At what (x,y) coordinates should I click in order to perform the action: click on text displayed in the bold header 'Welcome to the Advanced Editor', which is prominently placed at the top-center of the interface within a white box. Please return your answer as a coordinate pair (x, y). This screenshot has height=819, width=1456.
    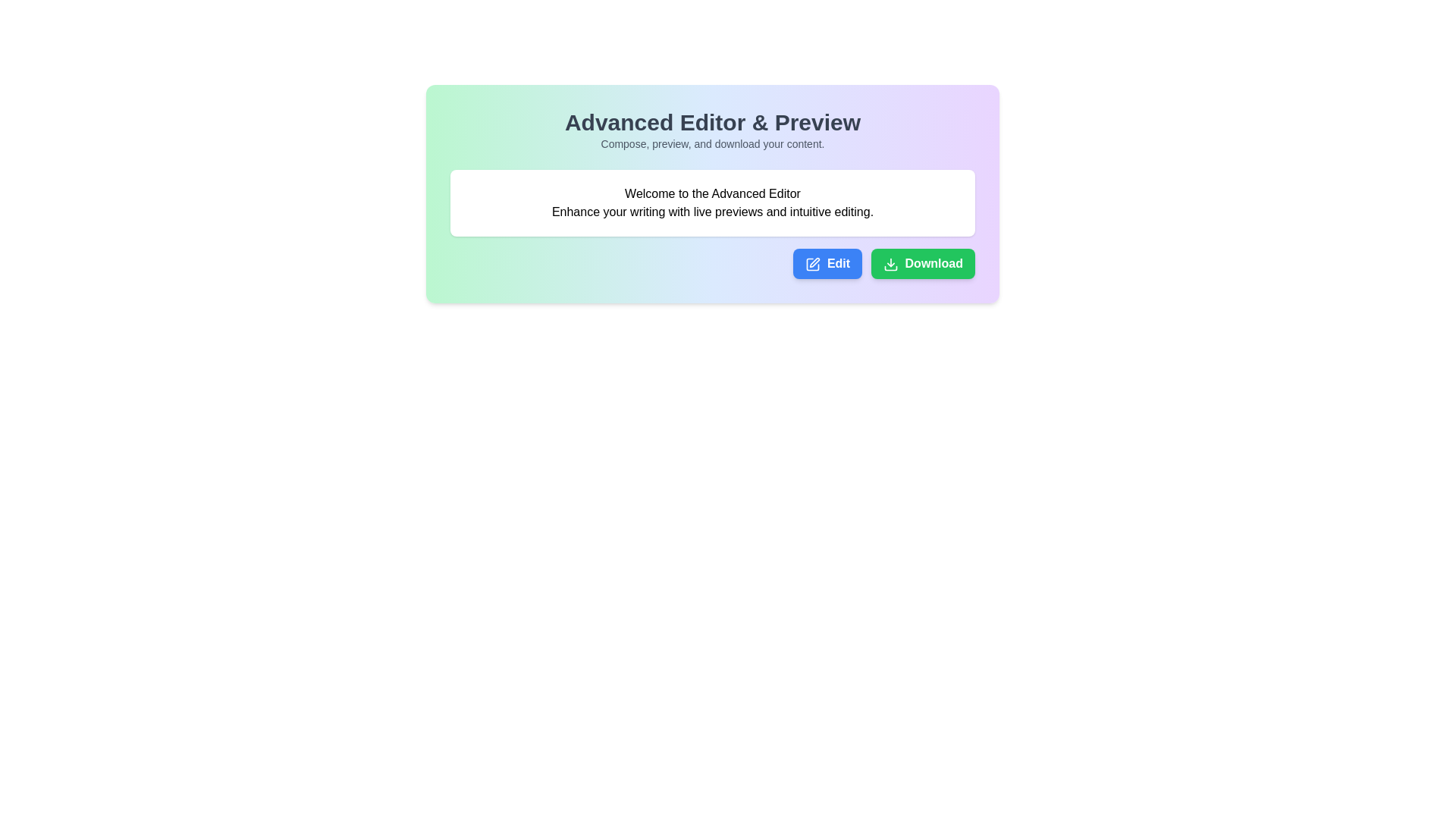
    Looking at the image, I should click on (712, 193).